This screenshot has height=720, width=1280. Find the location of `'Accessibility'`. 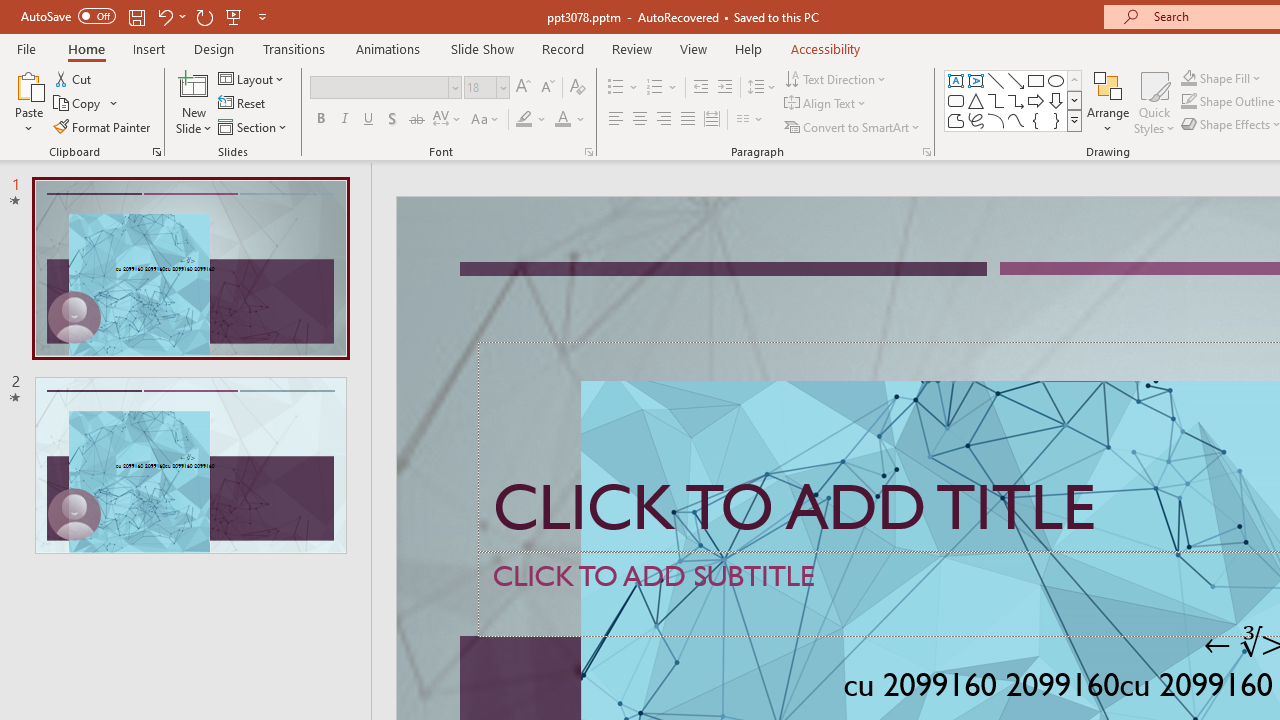

'Accessibility' is located at coordinates (826, 48).